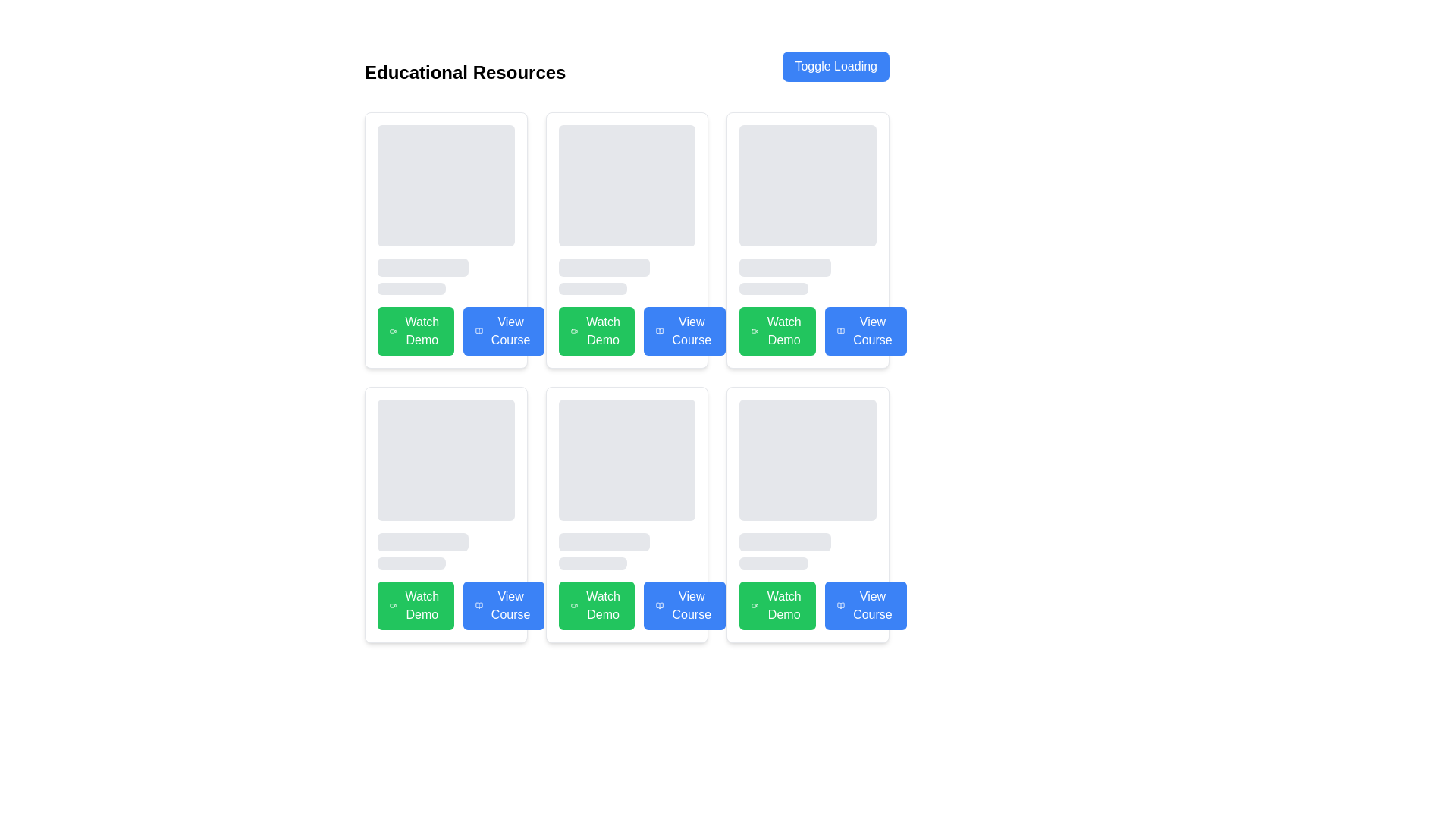  I want to click on the rectangular blue button labeled 'View Course' with rounded corners and a book icon on its left, so click(503, 604).